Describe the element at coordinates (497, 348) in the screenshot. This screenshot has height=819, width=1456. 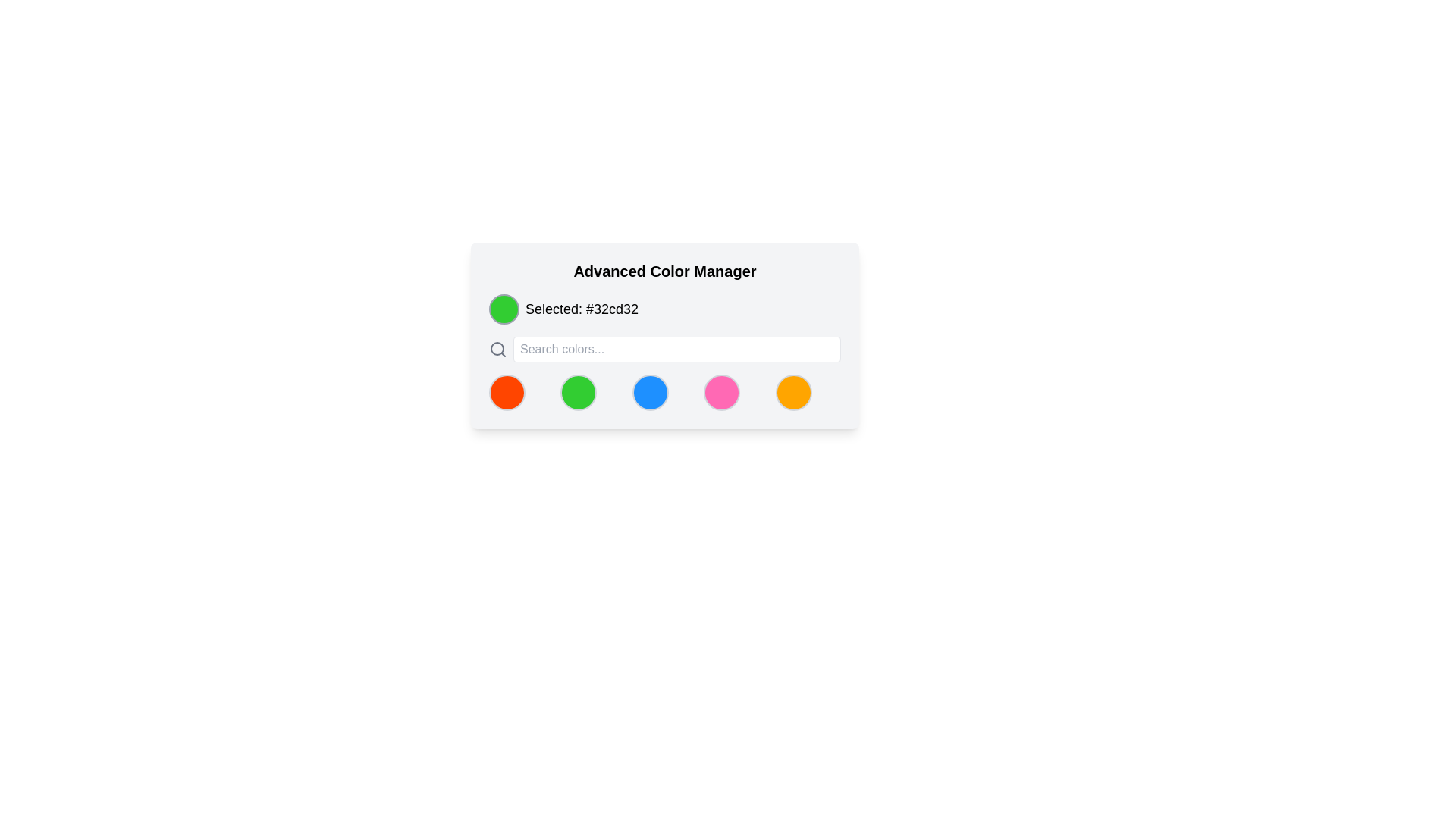
I see `the inner circular component of the search icon, which has a gray border and is positioned to the left of the text input field labeled 'Selected: #32cd32'` at that location.